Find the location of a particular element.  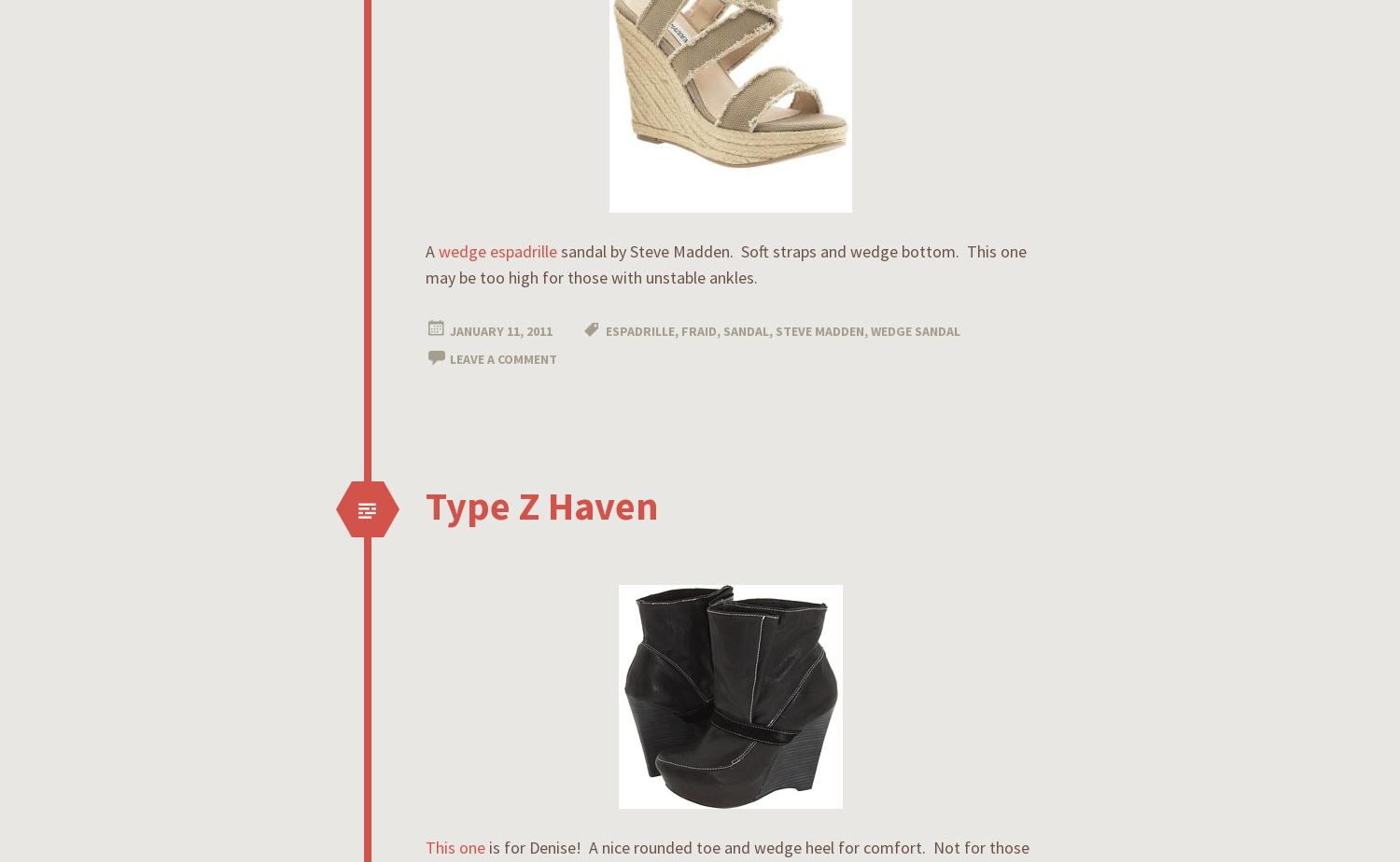

'Type Z Haven' is located at coordinates (425, 505).